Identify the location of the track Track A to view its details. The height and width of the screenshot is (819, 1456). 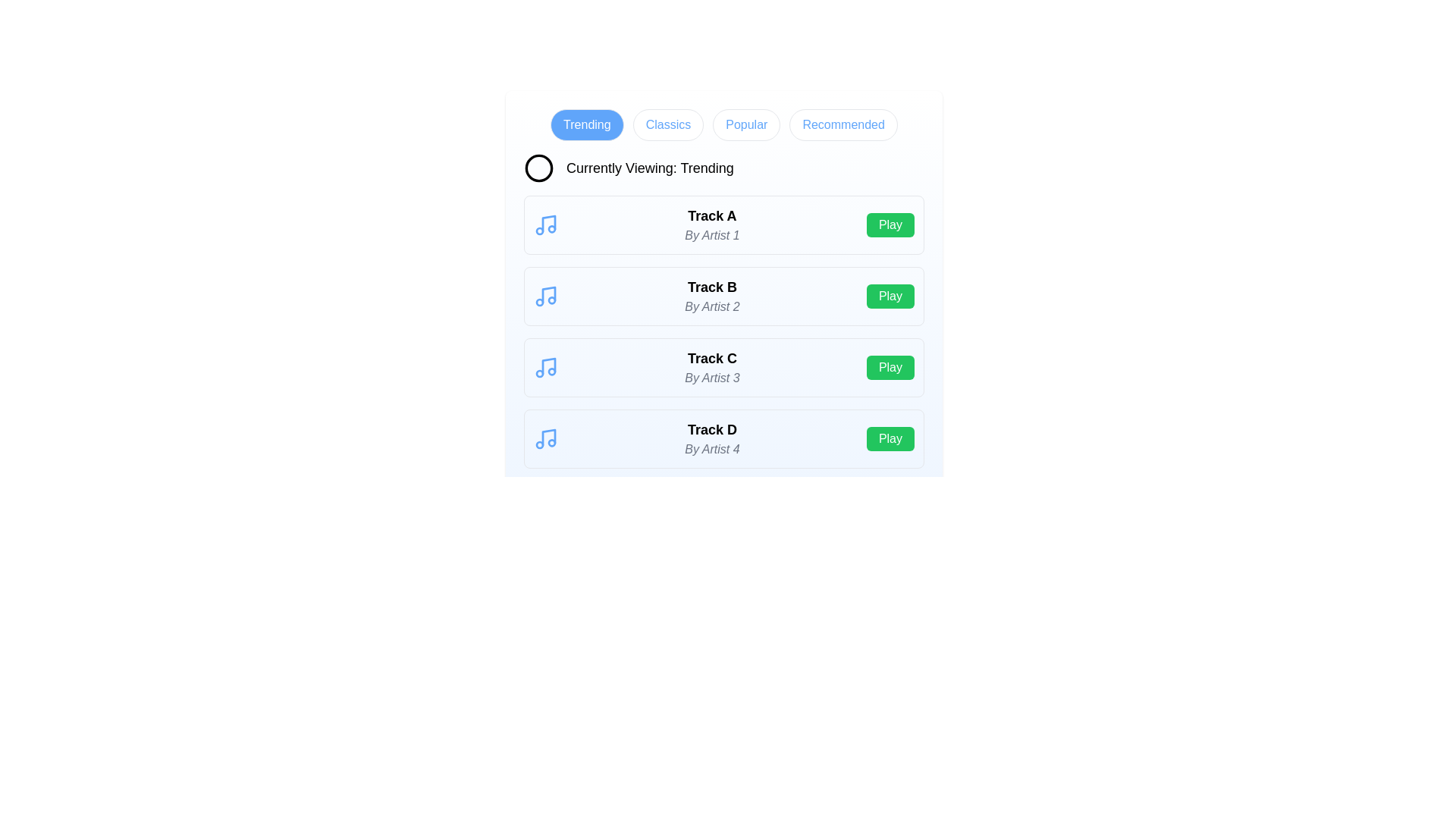
(711, 225).